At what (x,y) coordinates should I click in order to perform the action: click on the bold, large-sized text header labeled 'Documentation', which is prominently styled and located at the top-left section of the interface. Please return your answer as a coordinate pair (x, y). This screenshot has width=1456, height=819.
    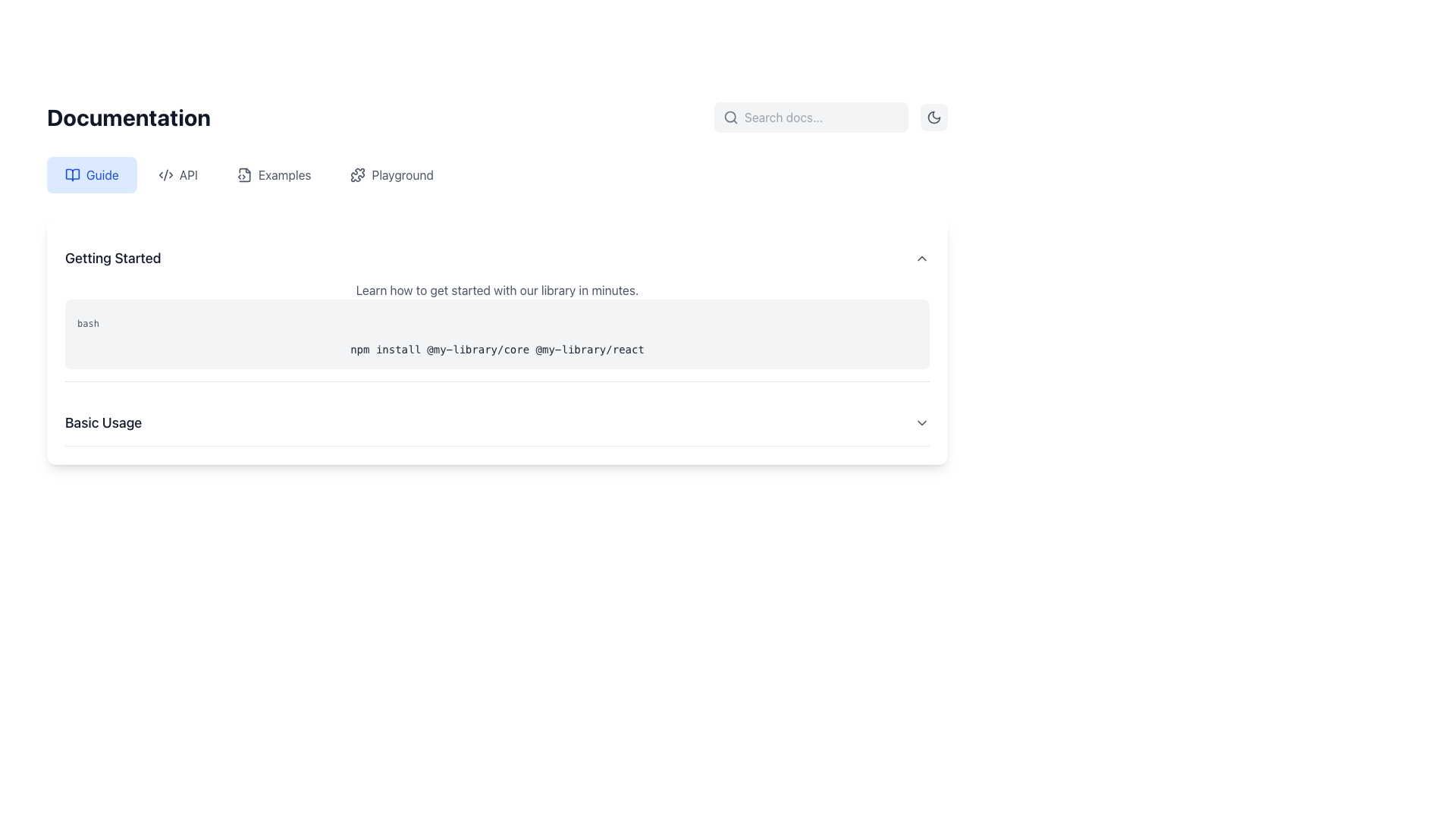
    Looking at the image, I should click on (129, 116).